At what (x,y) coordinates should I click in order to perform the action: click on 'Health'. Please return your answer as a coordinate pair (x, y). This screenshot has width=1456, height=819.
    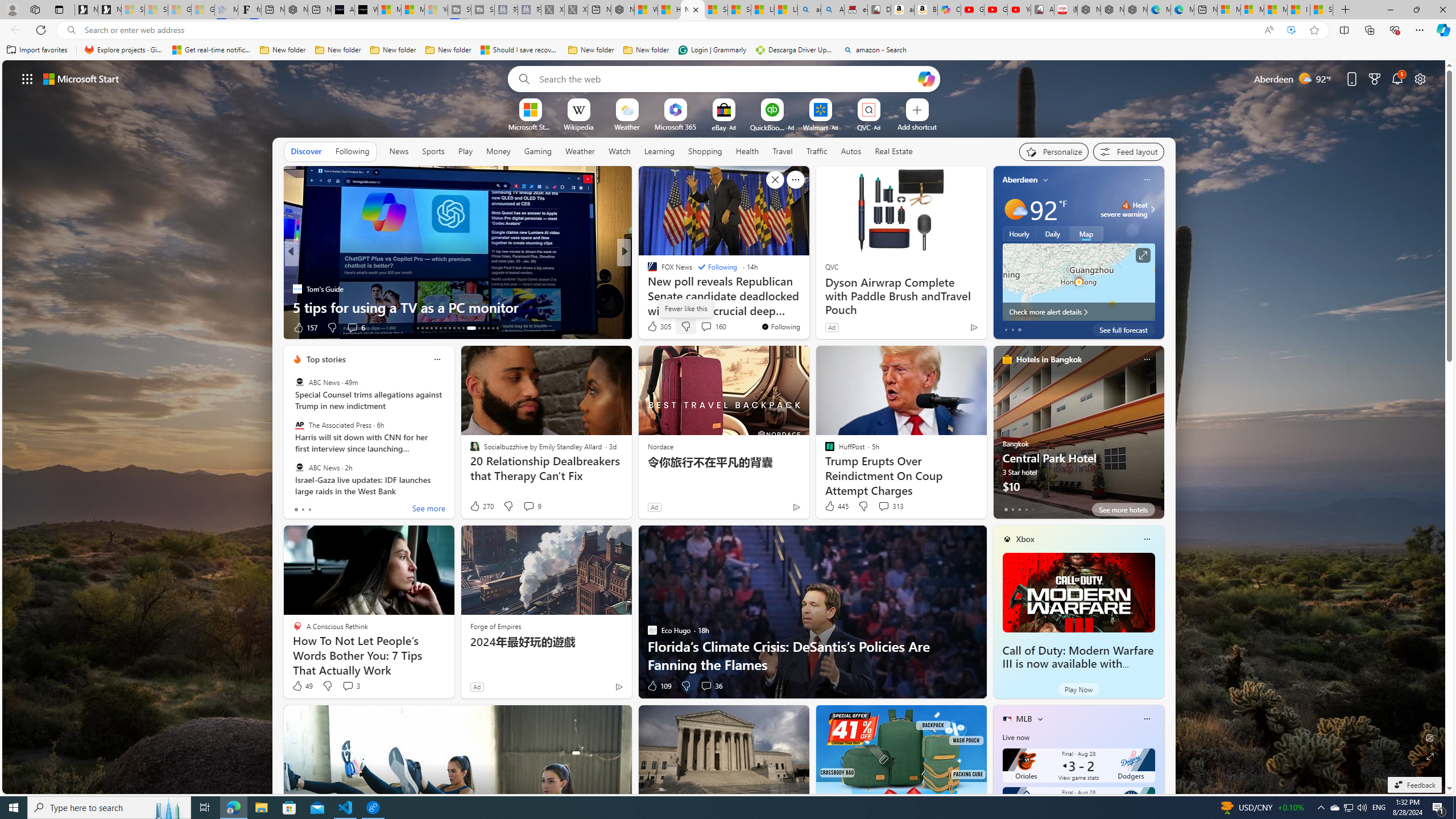
    Looking at the image, I should click on (746, 151).